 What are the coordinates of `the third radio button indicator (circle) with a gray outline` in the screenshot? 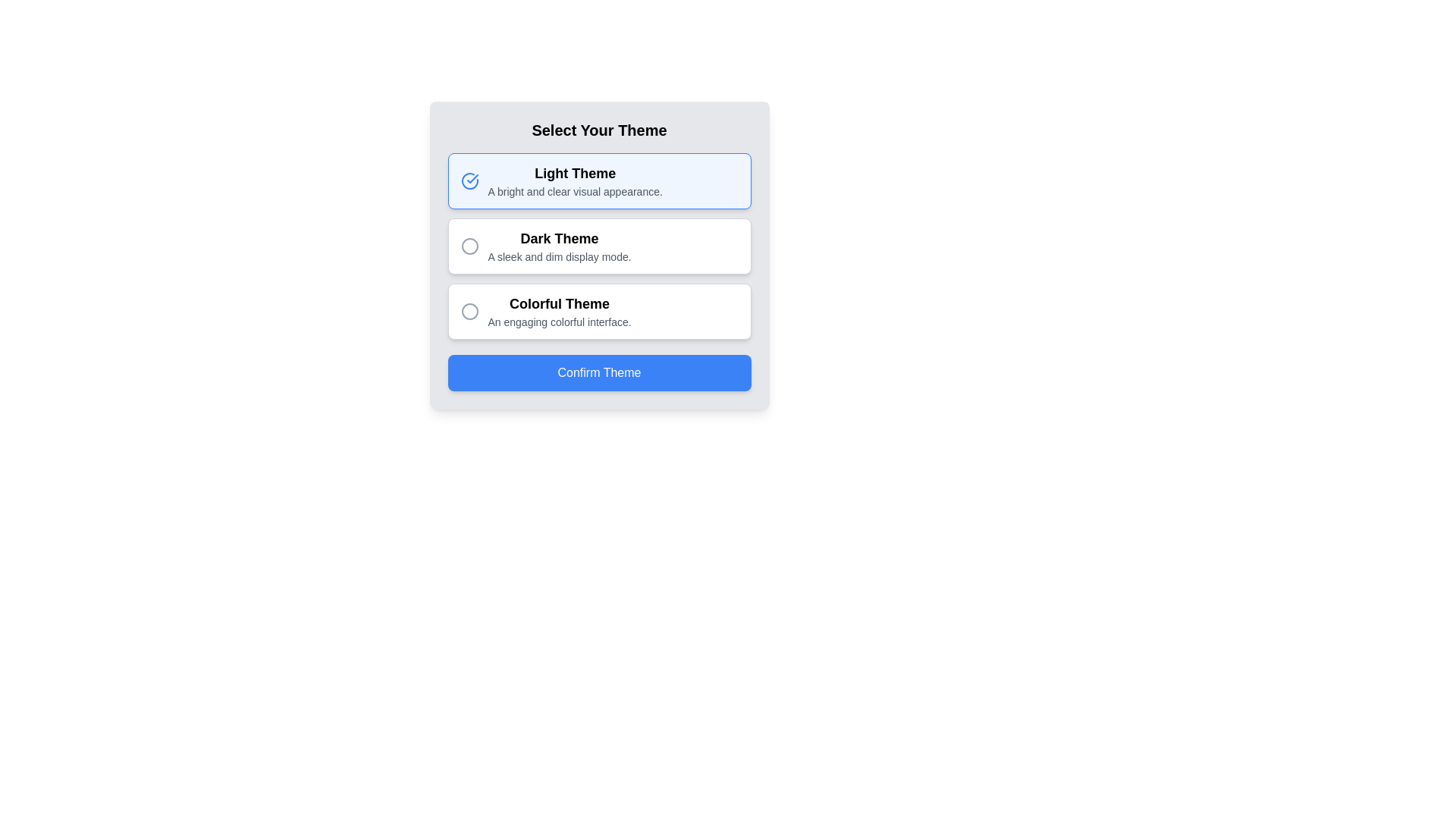 It's located at (469, 311).